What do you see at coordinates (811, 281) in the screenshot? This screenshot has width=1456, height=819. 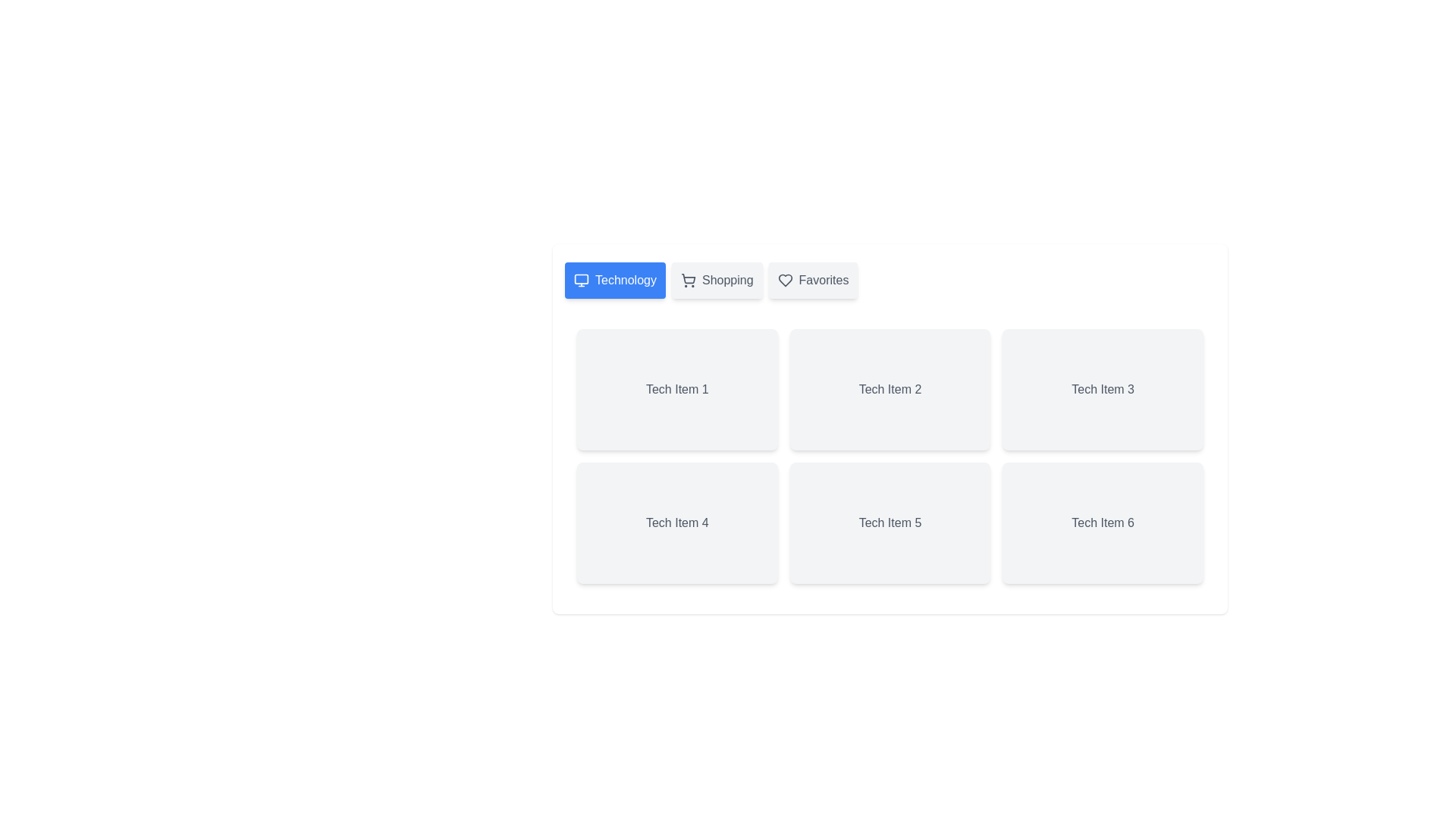 I see `the tab labeled Favorites to switch the active view to that tab` at bounding box center [811, 281].